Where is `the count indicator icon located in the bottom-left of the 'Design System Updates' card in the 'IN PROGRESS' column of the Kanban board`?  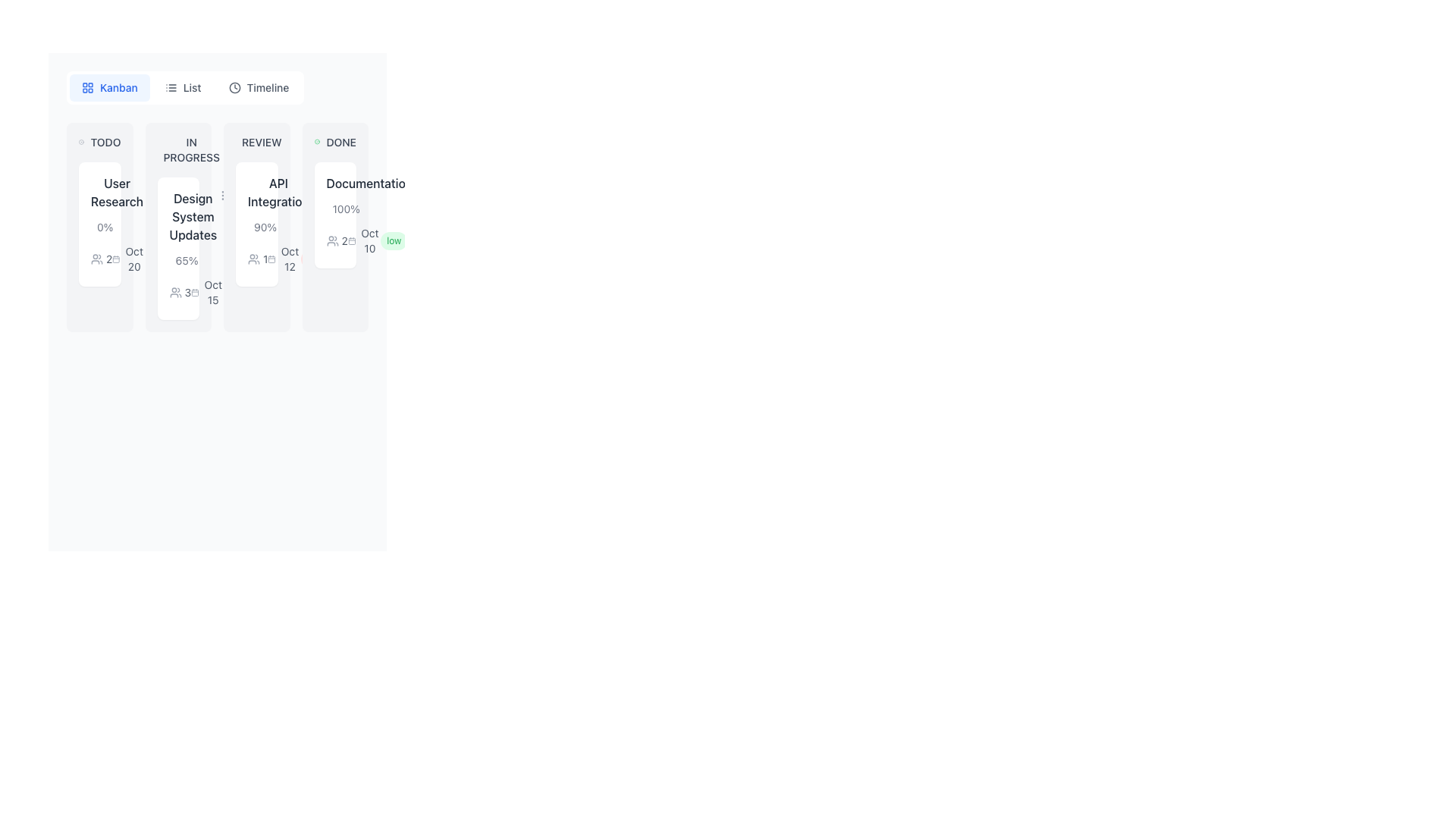 the count indicator icon located in the bottom-left of the 'Design System Updates' card in the 'IN PROGRESS' column of the Kanban board is located at coordinates (178, 292).